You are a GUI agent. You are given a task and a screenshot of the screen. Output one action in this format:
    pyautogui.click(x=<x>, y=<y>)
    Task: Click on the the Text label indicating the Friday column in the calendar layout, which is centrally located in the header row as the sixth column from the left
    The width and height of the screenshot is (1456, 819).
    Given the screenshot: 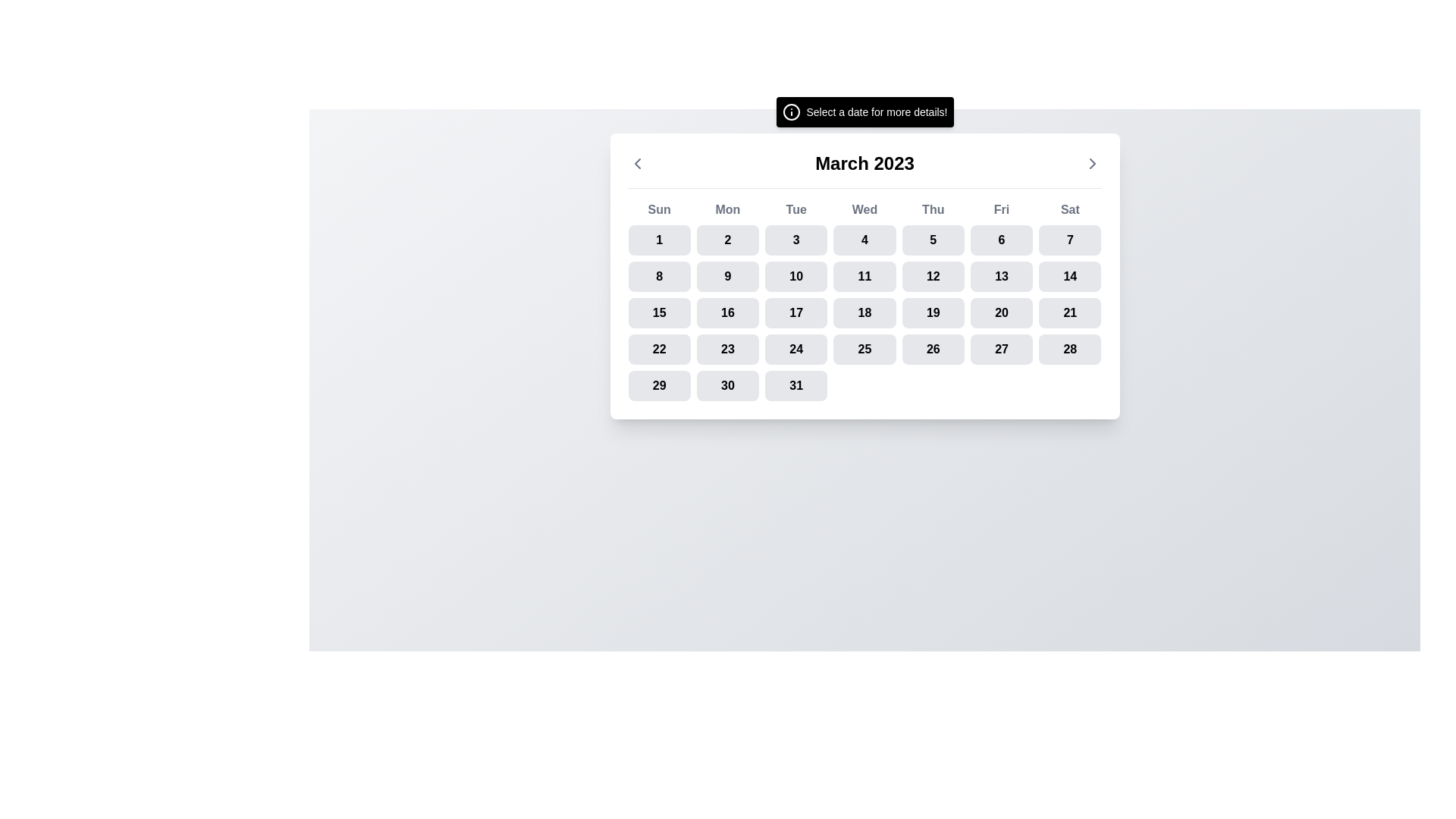 What is the action you would take?
    pyautogui.click(x=1002, y=210)
    